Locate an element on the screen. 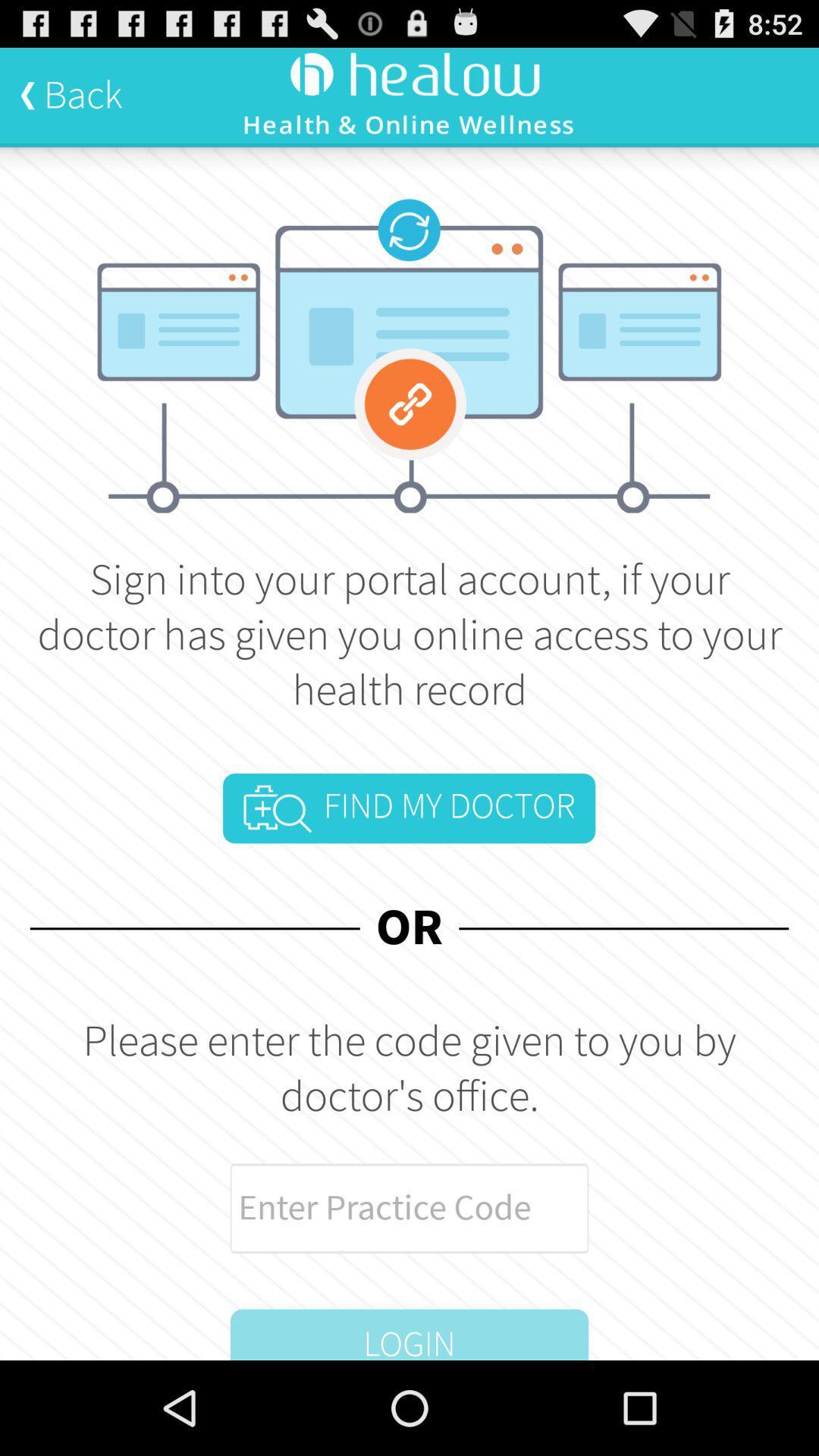 The width and height of the screenshot is (819, 1456). icon above or icon is located at coordinates (408, 808).